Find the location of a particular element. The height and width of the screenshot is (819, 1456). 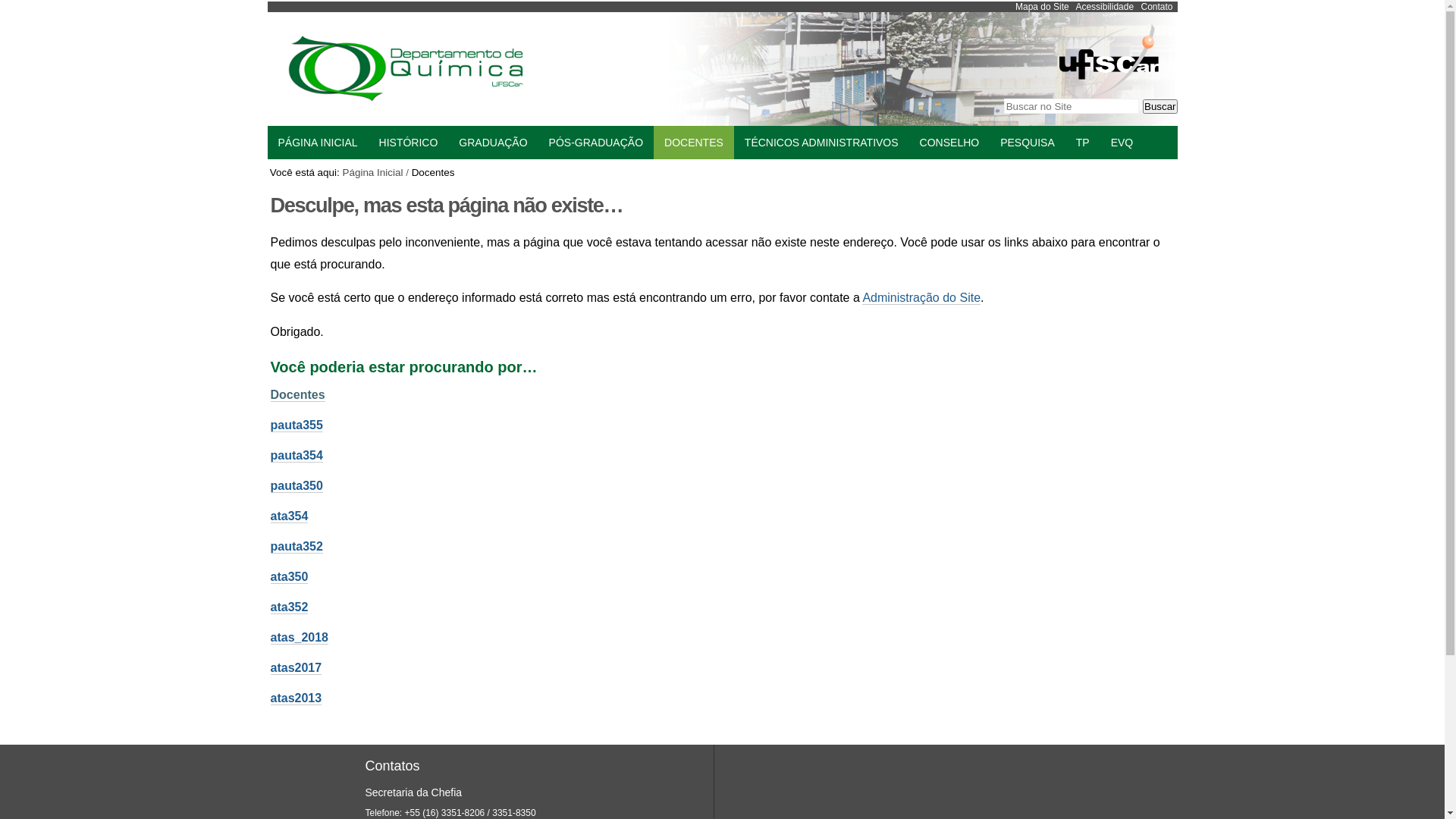

'Mapa do Site' is located at coordinates (1041, 6).